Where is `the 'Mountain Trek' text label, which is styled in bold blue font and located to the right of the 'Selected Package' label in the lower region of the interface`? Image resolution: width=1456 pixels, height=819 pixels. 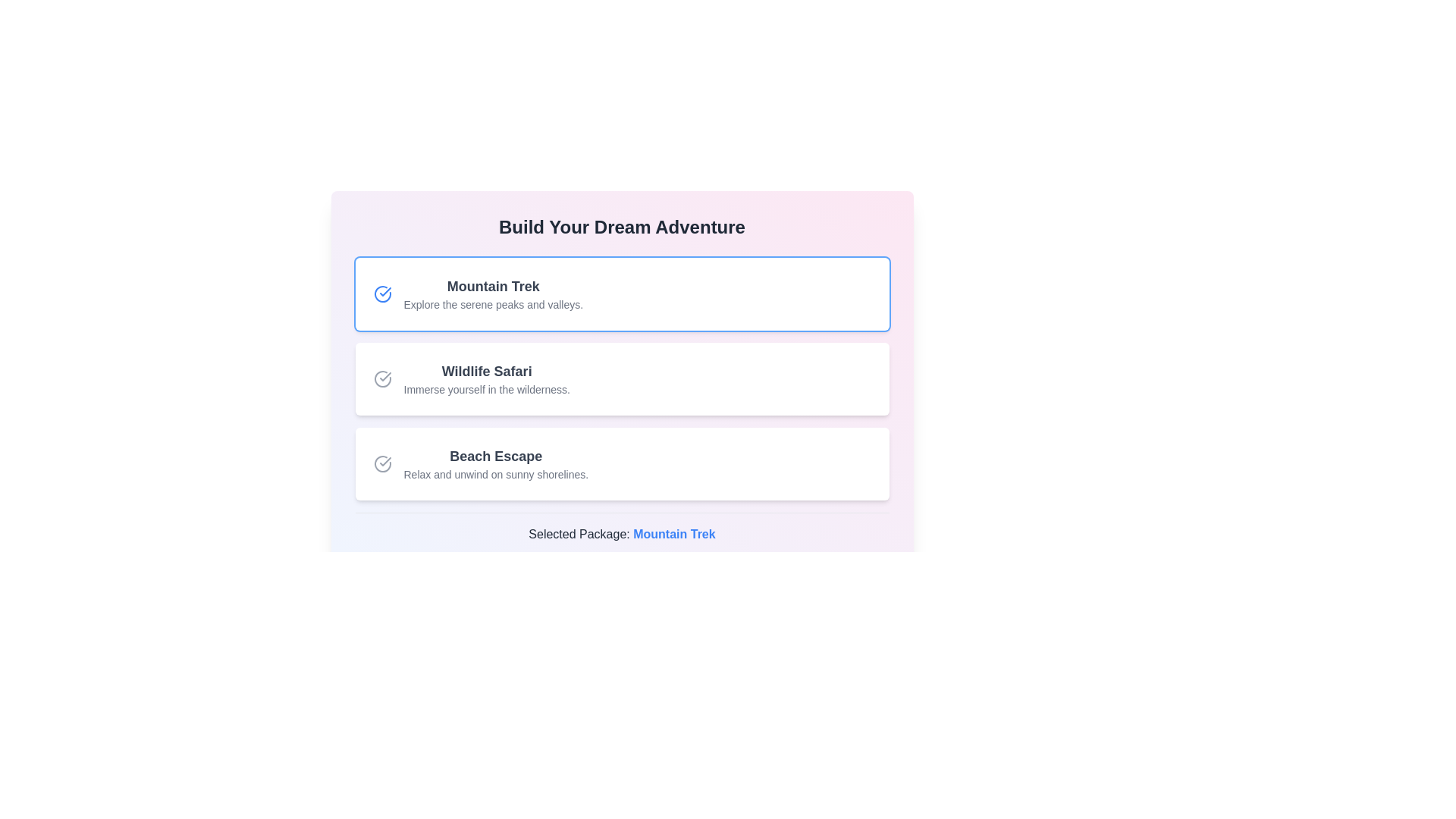 the 'Mountain Trek' text label, which is styled in bold blue font and located to the right of the 'Selected Package' label in the lower region of the interface is located at coordinates (673, 533).